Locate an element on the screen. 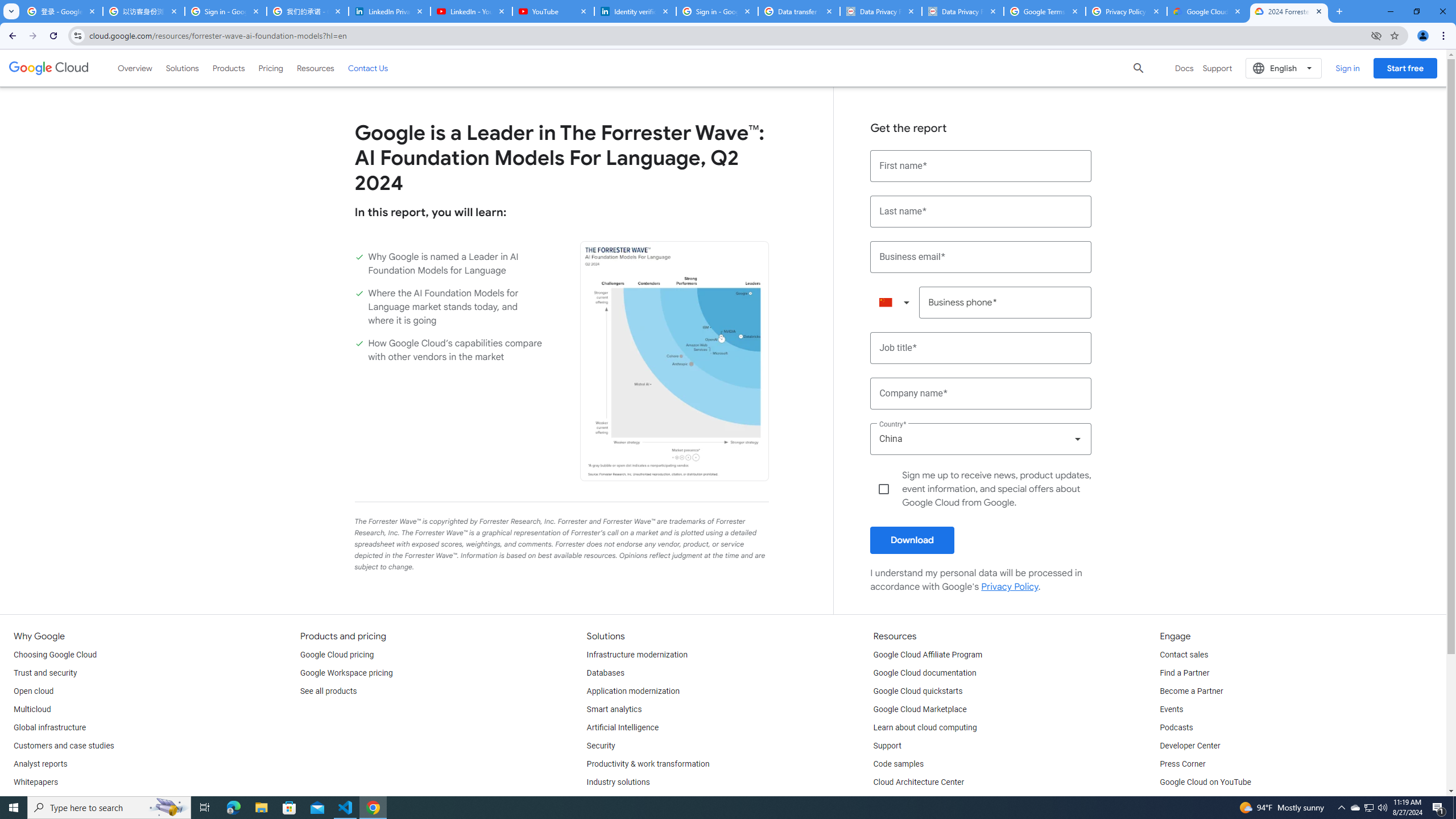  'Databases' is located at coordinates (605, 673).